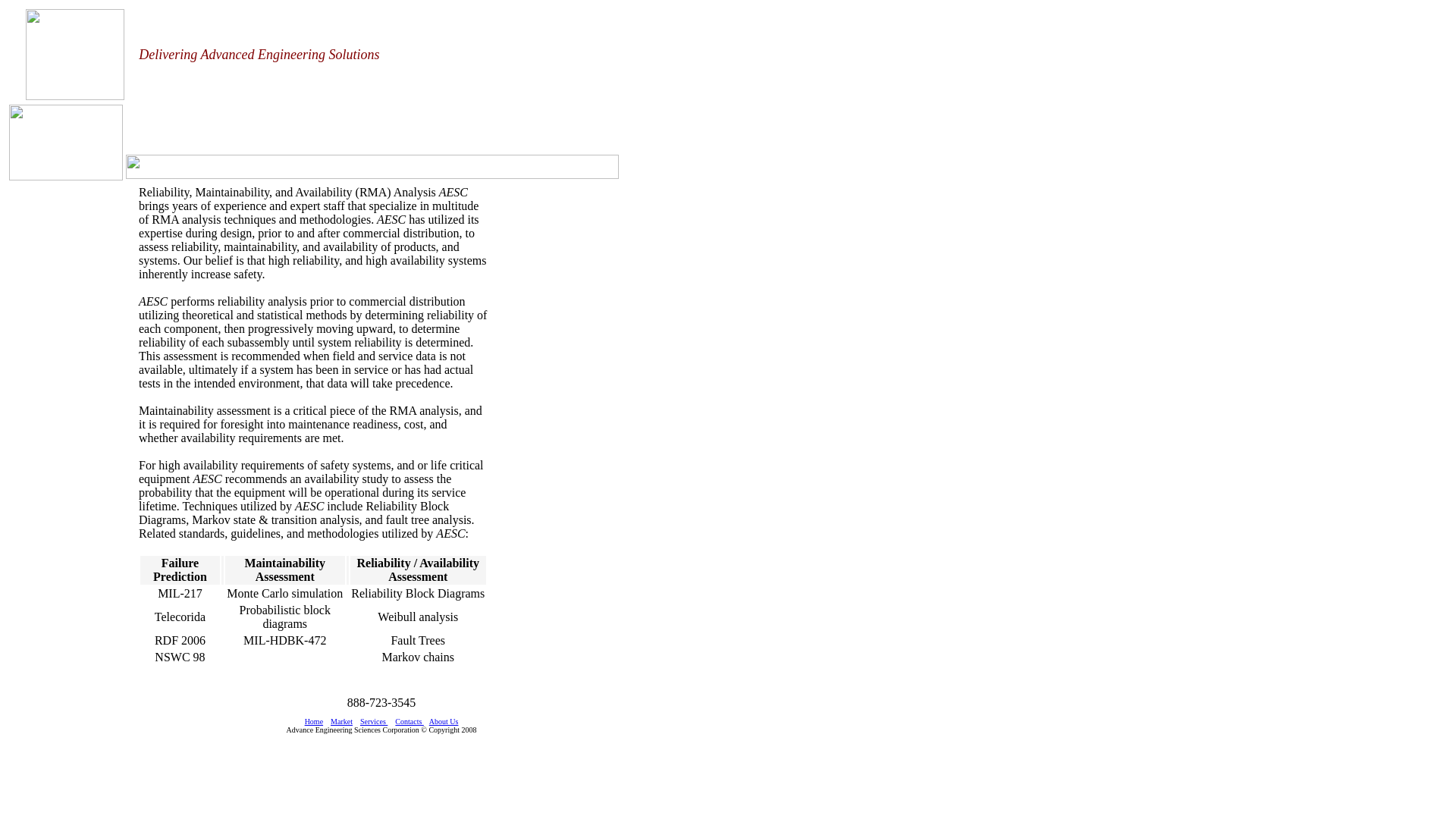 The width and height of the screenshot is (1456, 819). Describe the element at coordinates (409, 720) in the screenshot. I see `'Contacts '` at that location.